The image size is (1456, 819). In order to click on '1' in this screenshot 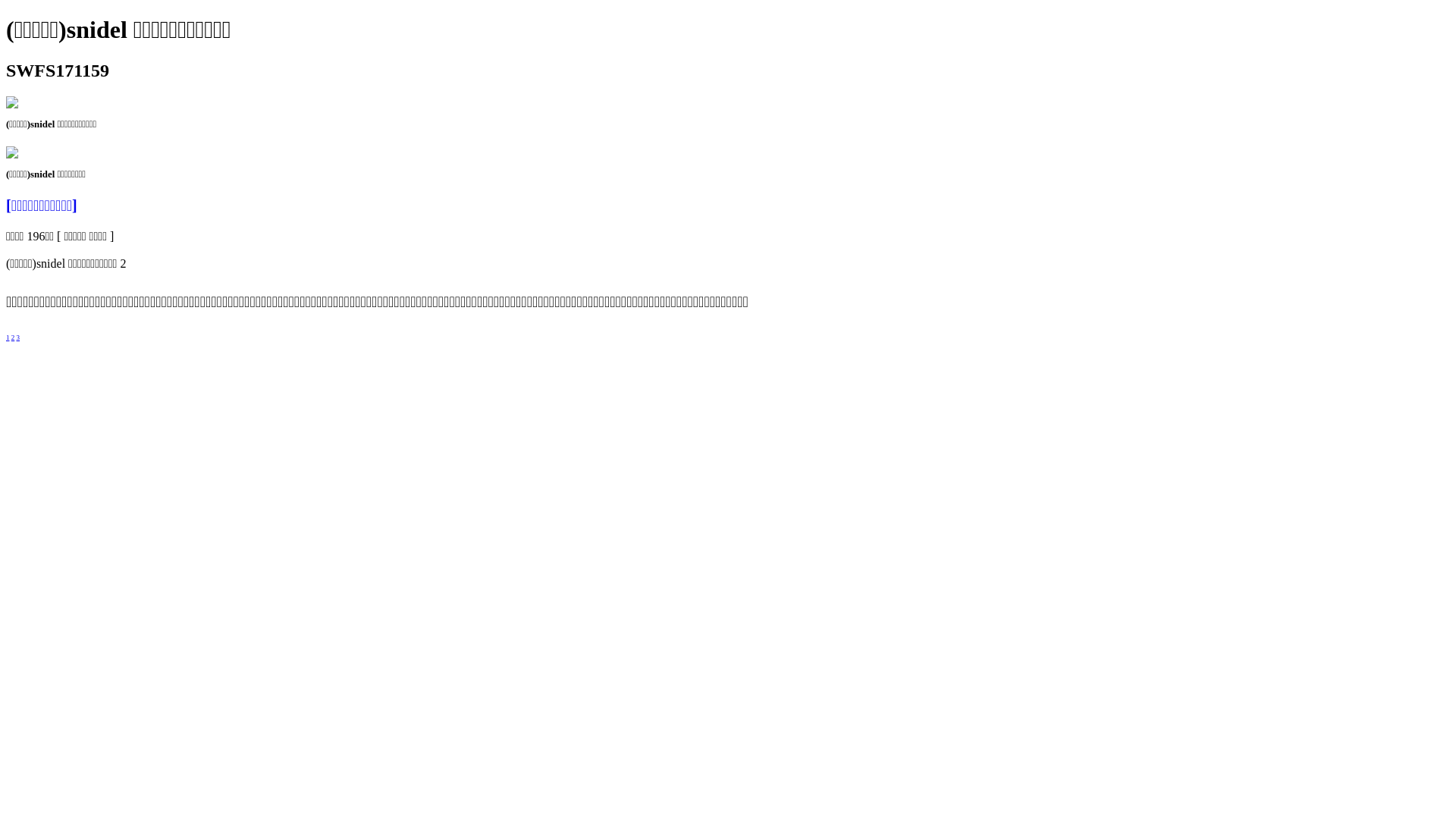, I will do `click(8, 336)`.